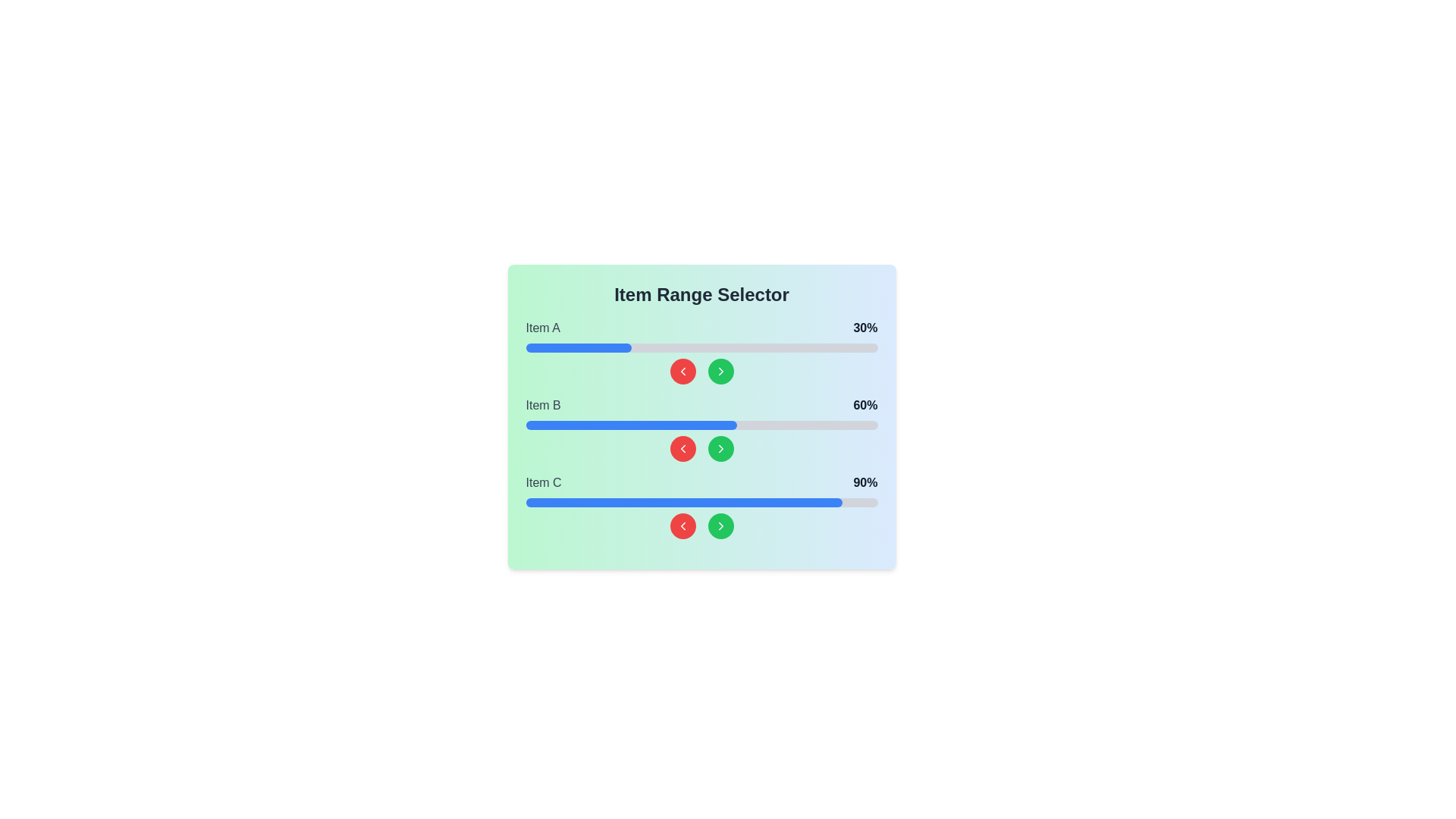  Describe the element at coordinates (683, 503) in the screenshot. I see `the progress completion of the third range slider labeled 'Item C', which visually indicates a completion status of 90%` at that location.